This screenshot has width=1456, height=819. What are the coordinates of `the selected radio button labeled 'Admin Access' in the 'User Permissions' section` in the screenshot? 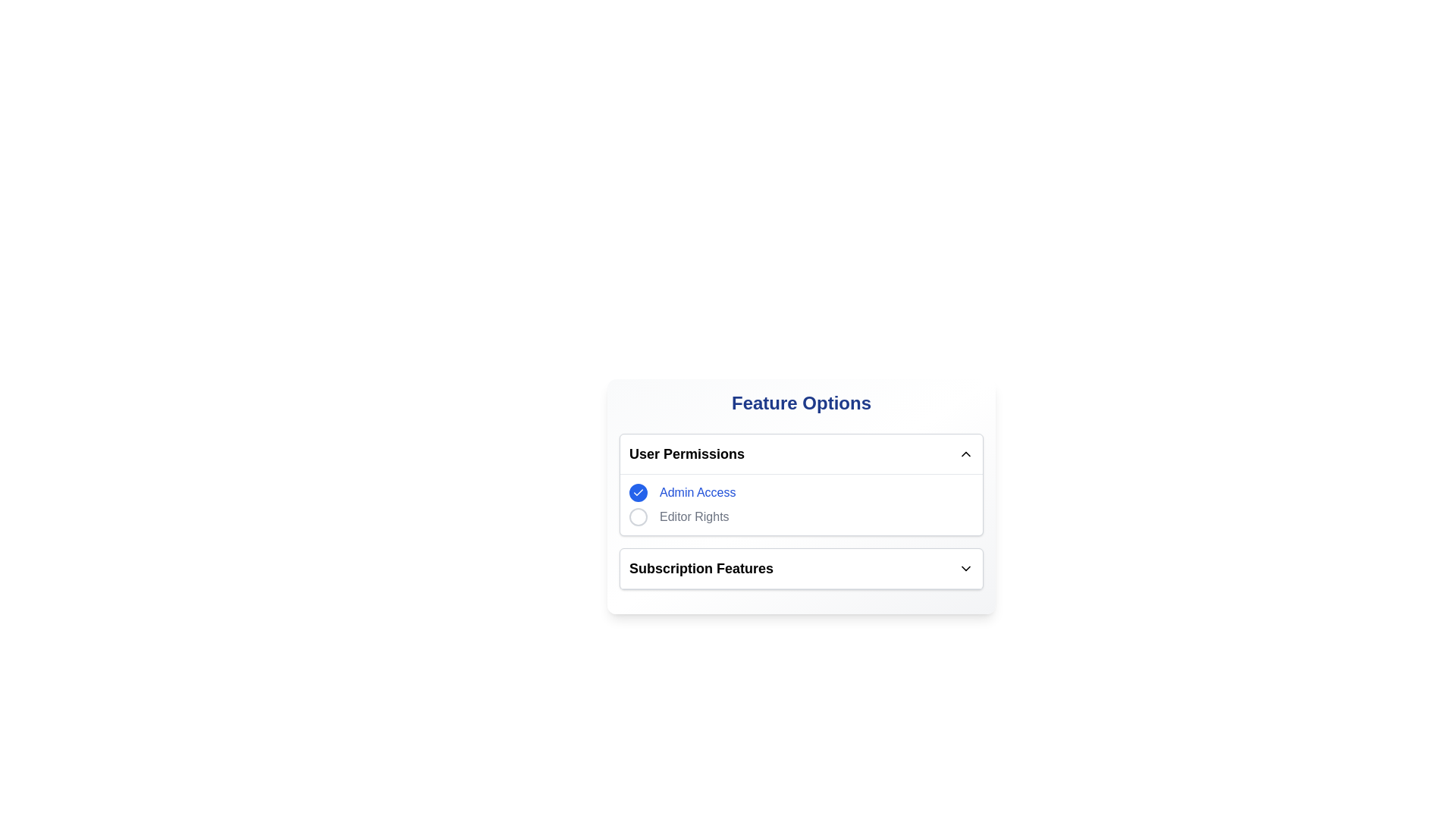 It's located at (800, 493).